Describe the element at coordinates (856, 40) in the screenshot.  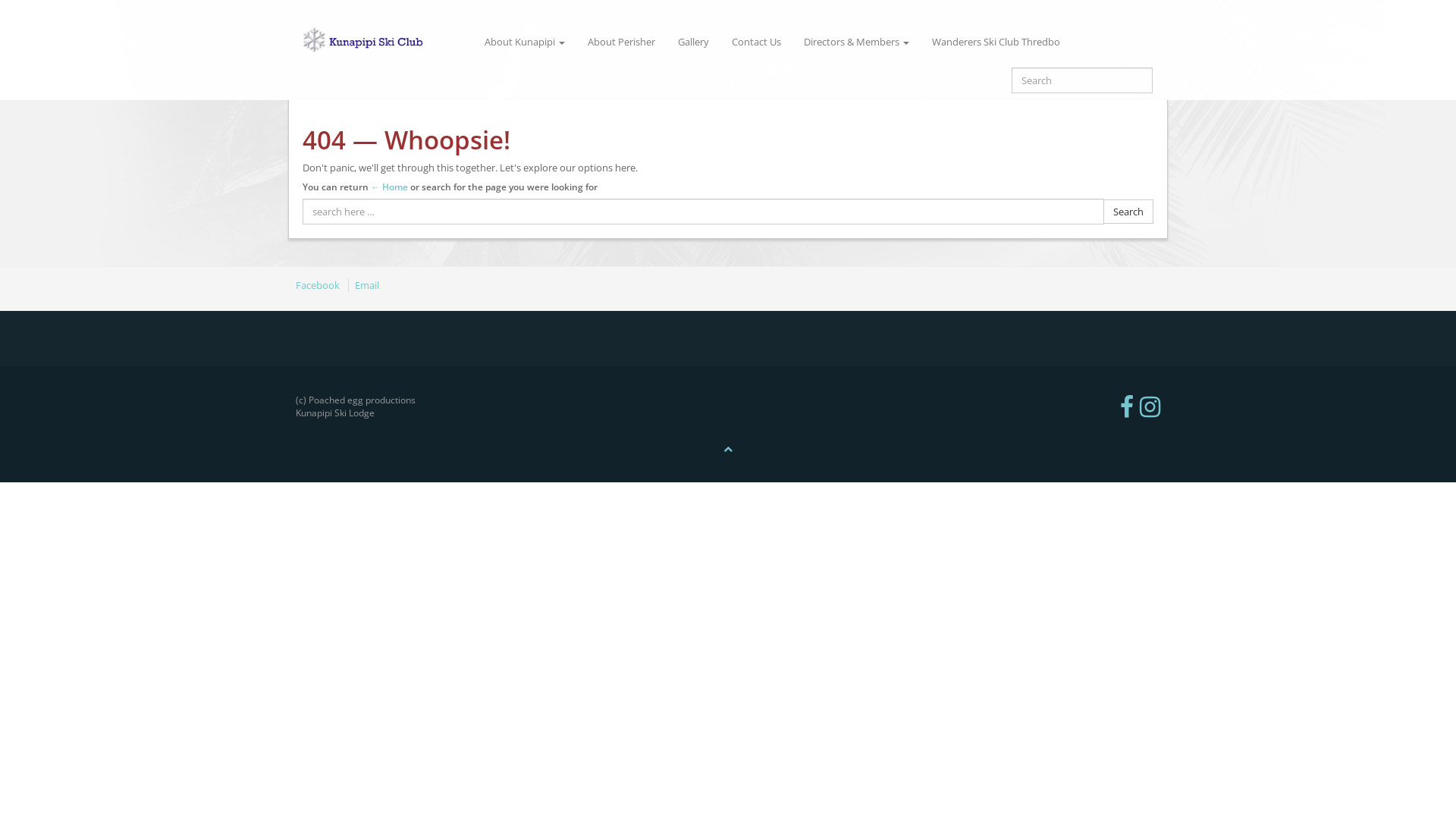
I see `'Directors & Members'` at that location.